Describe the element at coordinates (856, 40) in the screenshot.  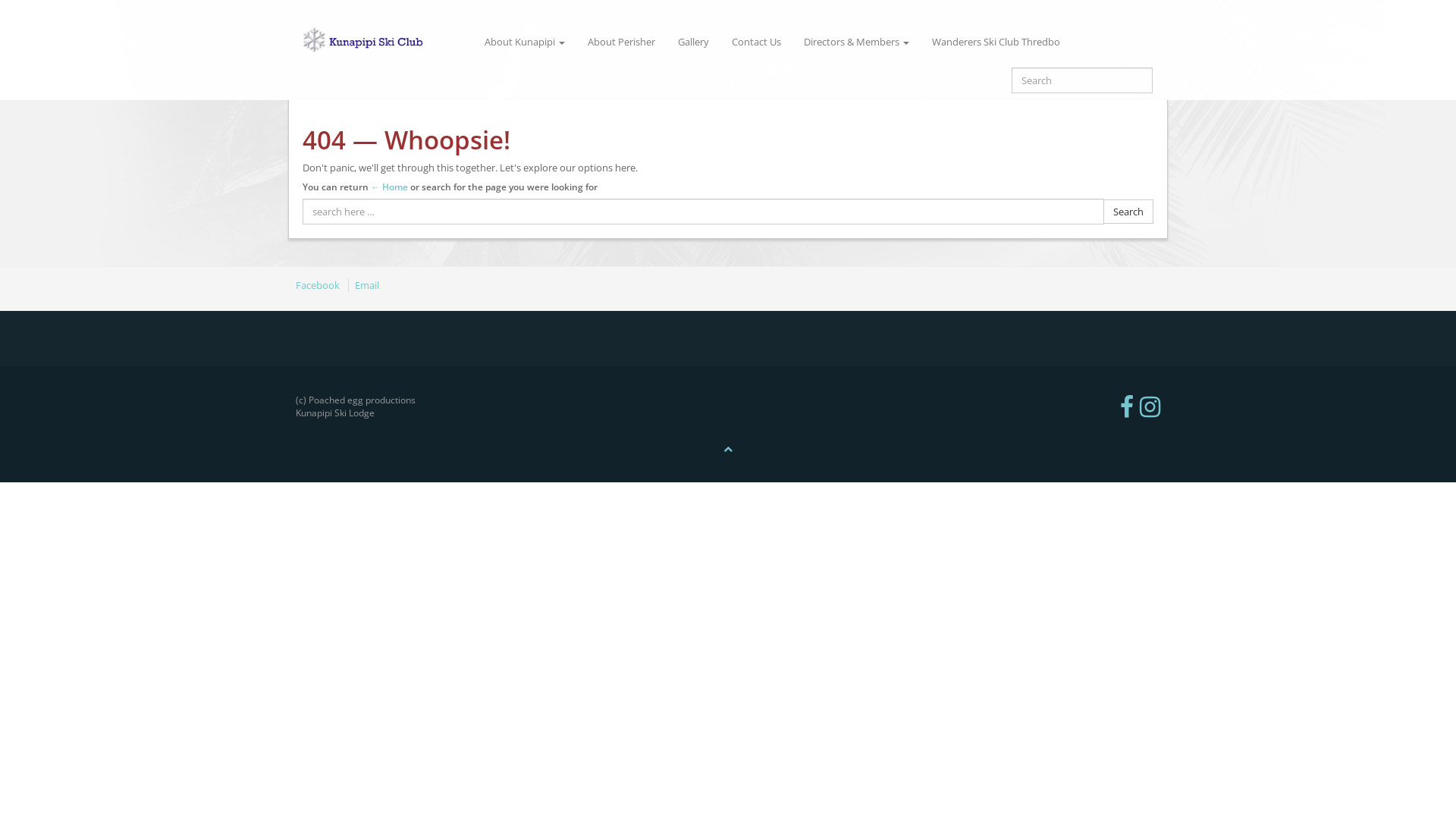
I see `'Directors & Members'` at that location.